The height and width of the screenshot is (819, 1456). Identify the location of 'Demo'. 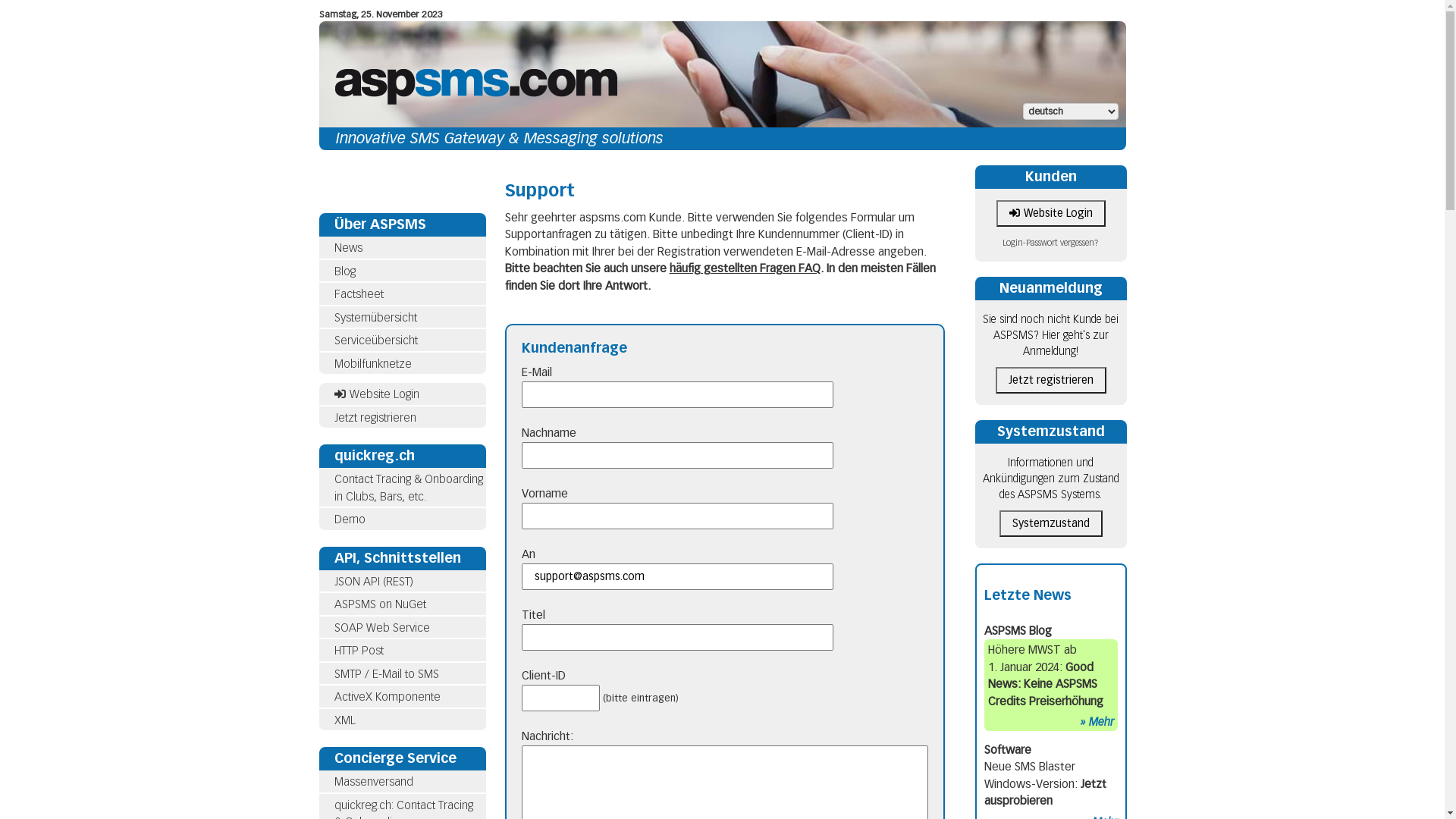
(401, 519).